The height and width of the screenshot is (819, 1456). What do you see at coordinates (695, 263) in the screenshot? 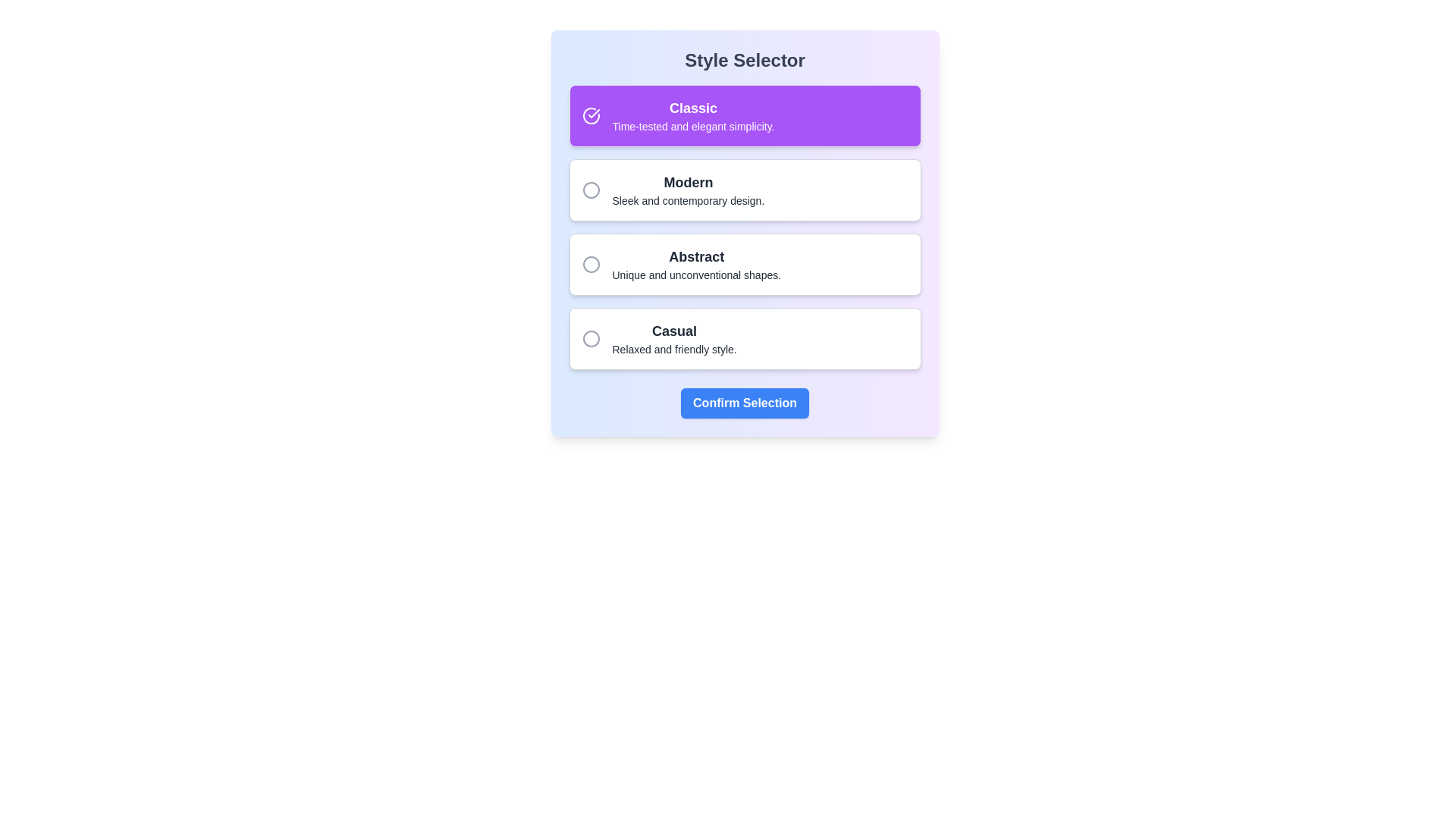
I see `the 'Abstract' style option within the selectable tile, which is the second option under the 'Style Selector' heading` at bounding box center [695, 263].